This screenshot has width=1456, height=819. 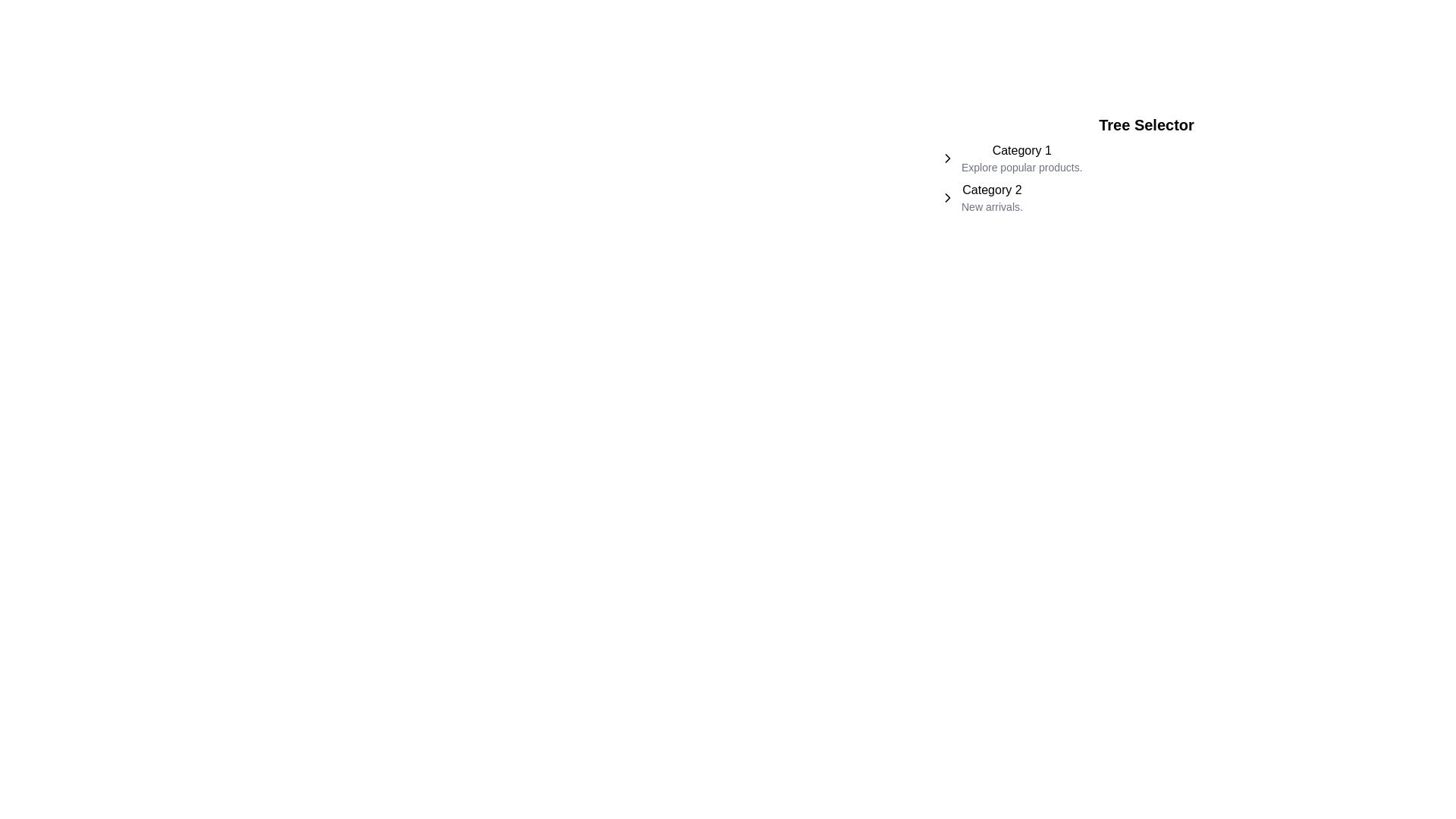 I want to click on the text label displaying 'Category 1', which is positioned above 'Explore popular products.' within the Tree Selector section, so click(x=1021, y=150).